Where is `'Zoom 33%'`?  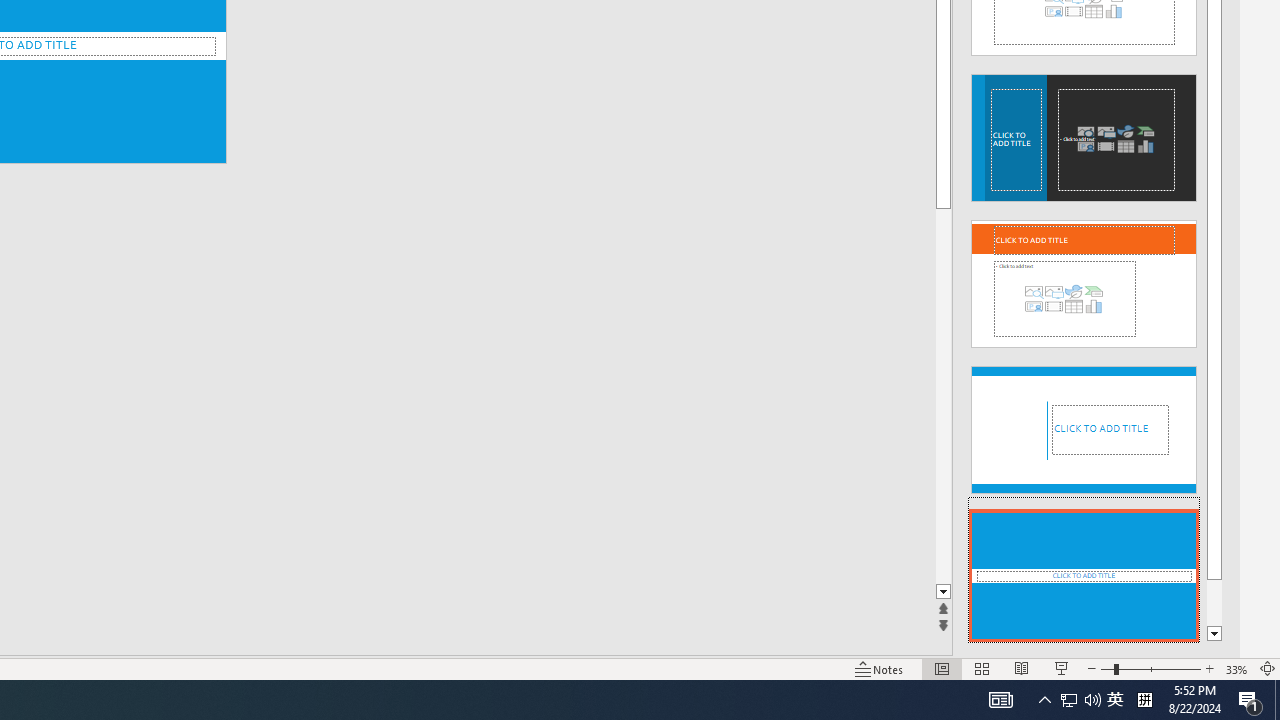 'Zoom 33%' is located at coordinates (1236, 669).